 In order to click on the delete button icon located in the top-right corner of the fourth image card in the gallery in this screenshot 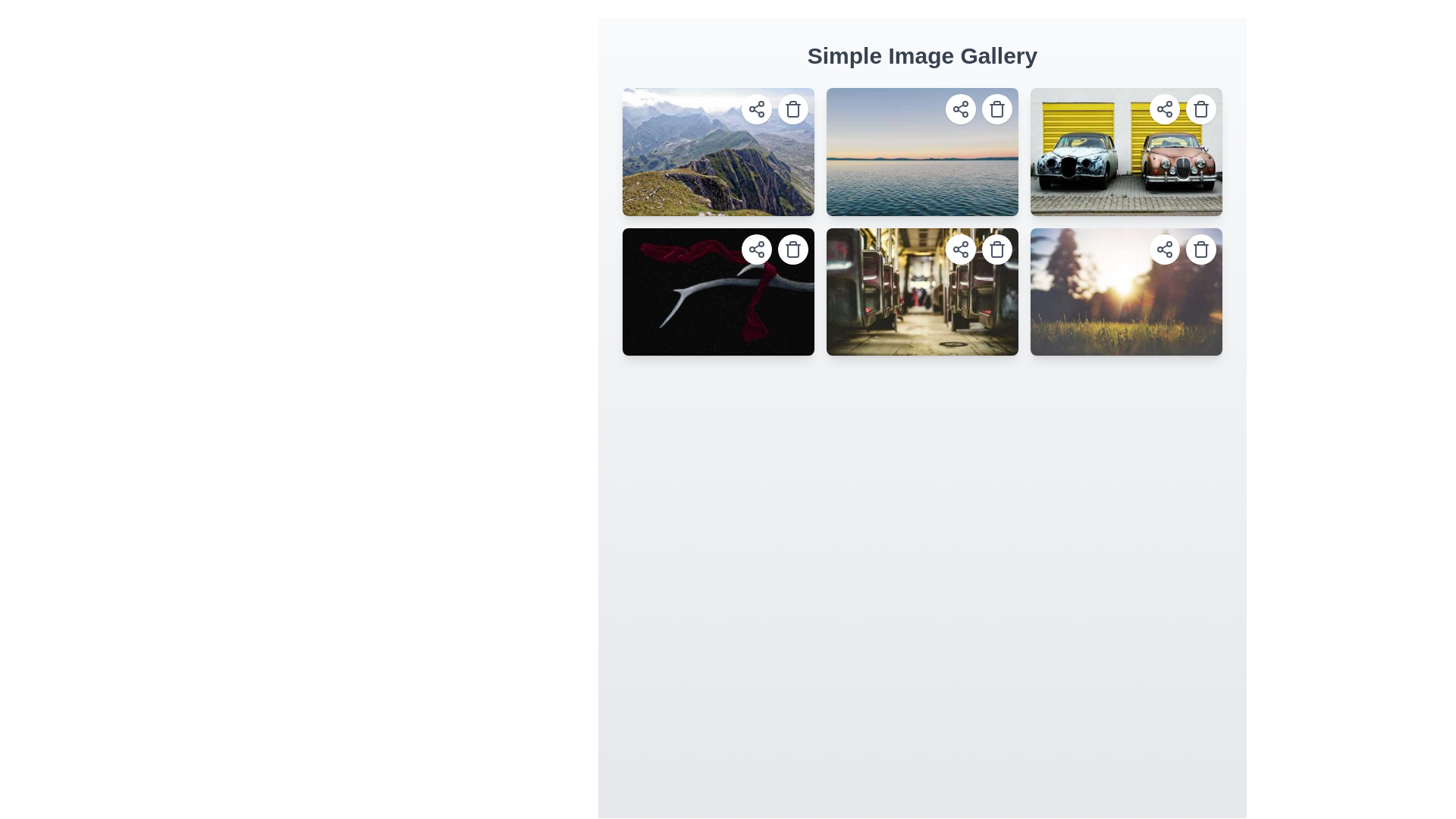, I will do `click(1200, 110)`.